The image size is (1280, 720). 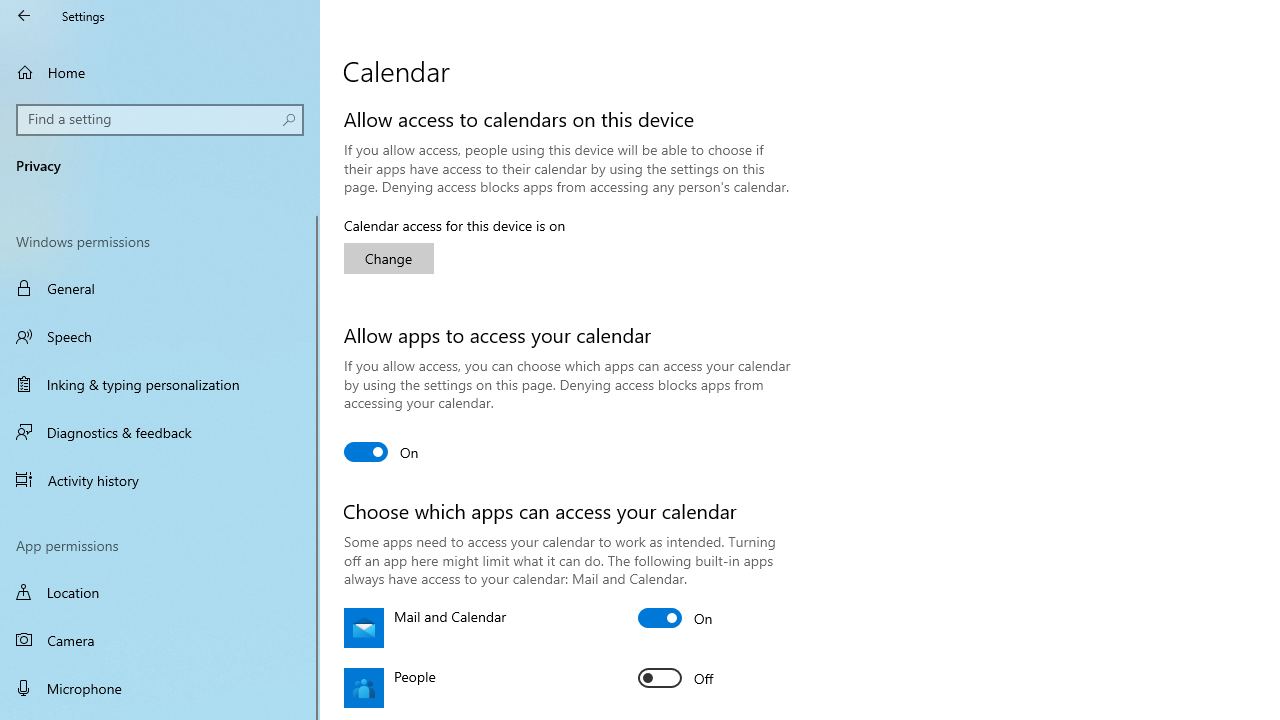 What do you see at coordinates (160, 71) in the screenshot?
I see `'Home'` at bounding box center [160, 71].